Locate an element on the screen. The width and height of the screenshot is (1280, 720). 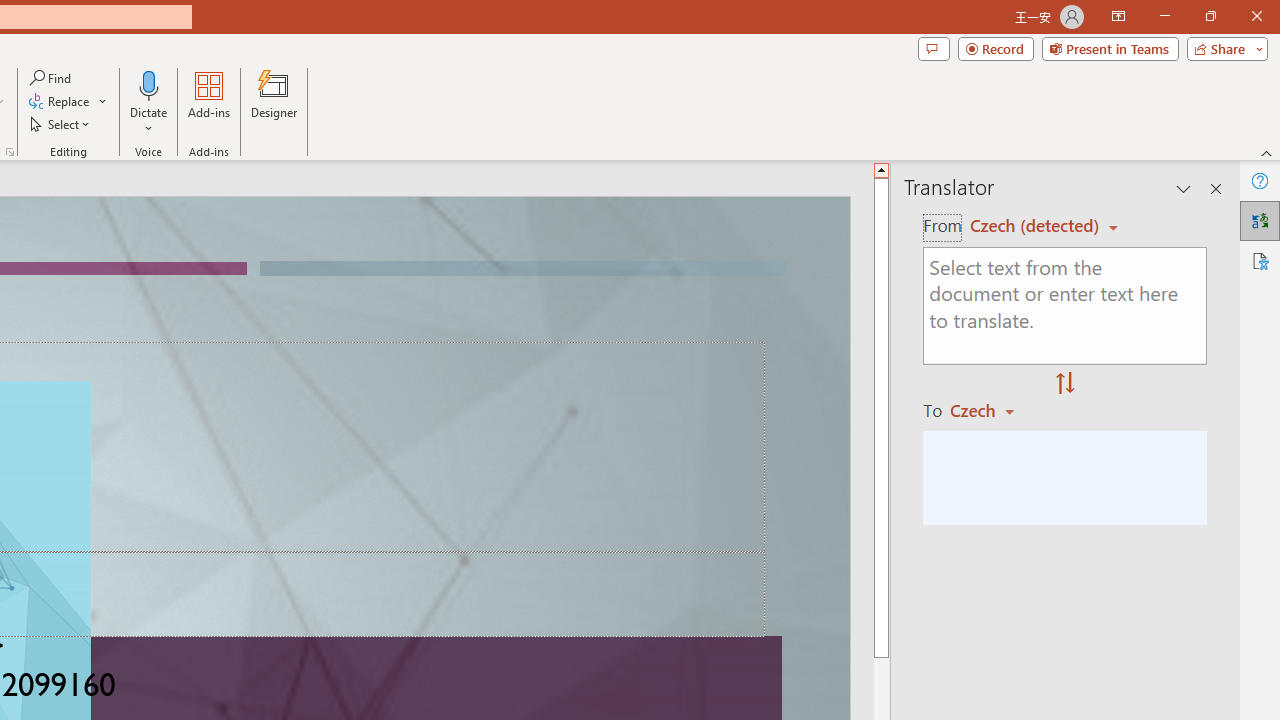
'Czech (detected)' is located at coordinates (1037, 225).